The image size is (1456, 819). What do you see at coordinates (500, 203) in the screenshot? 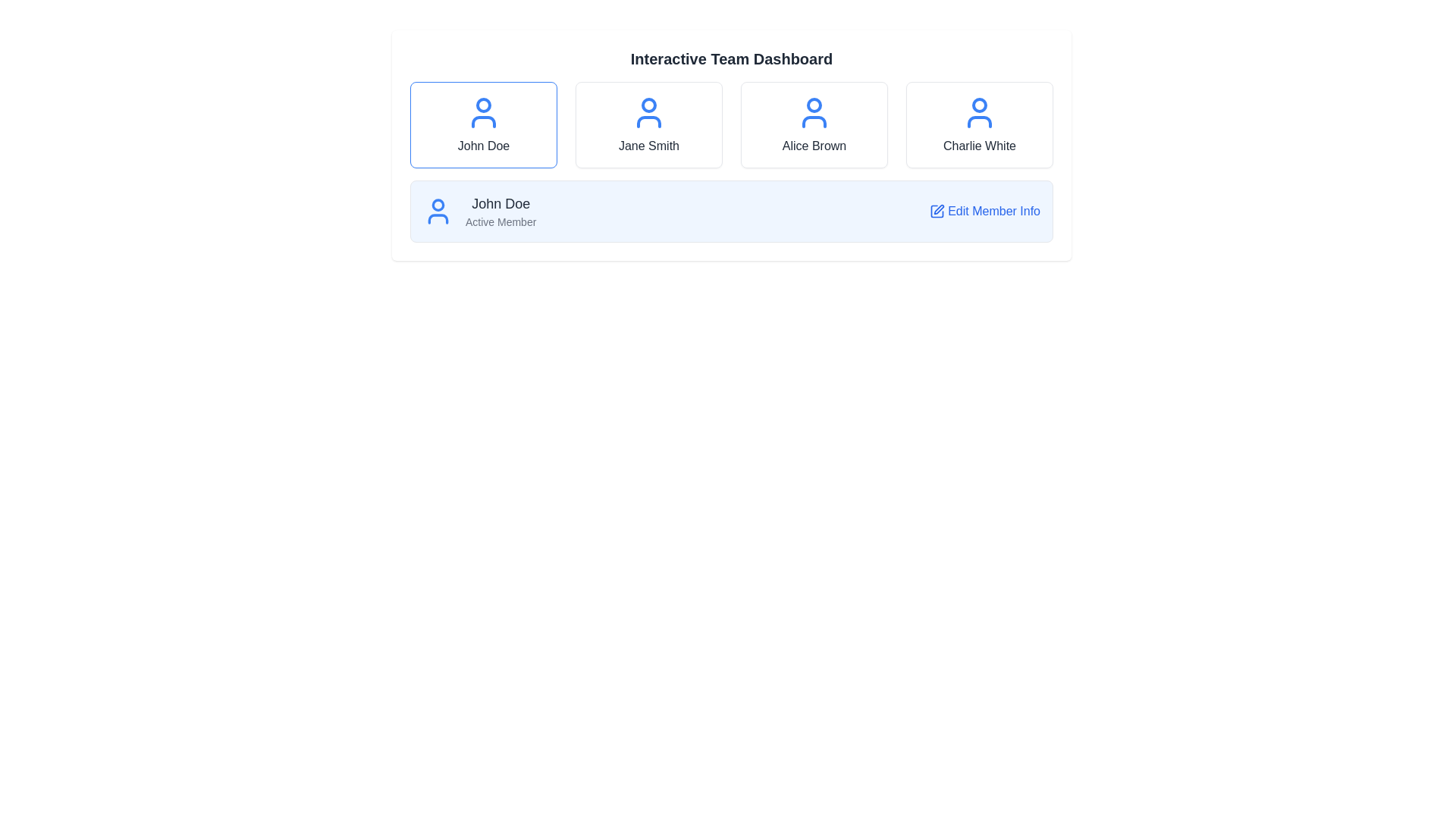
I see `the static text label reading 'John Doe', which is styled with a large font size and bold emphasis, located in the bottom section of the interface, closer to the left side` at bounding box center [500, 203].